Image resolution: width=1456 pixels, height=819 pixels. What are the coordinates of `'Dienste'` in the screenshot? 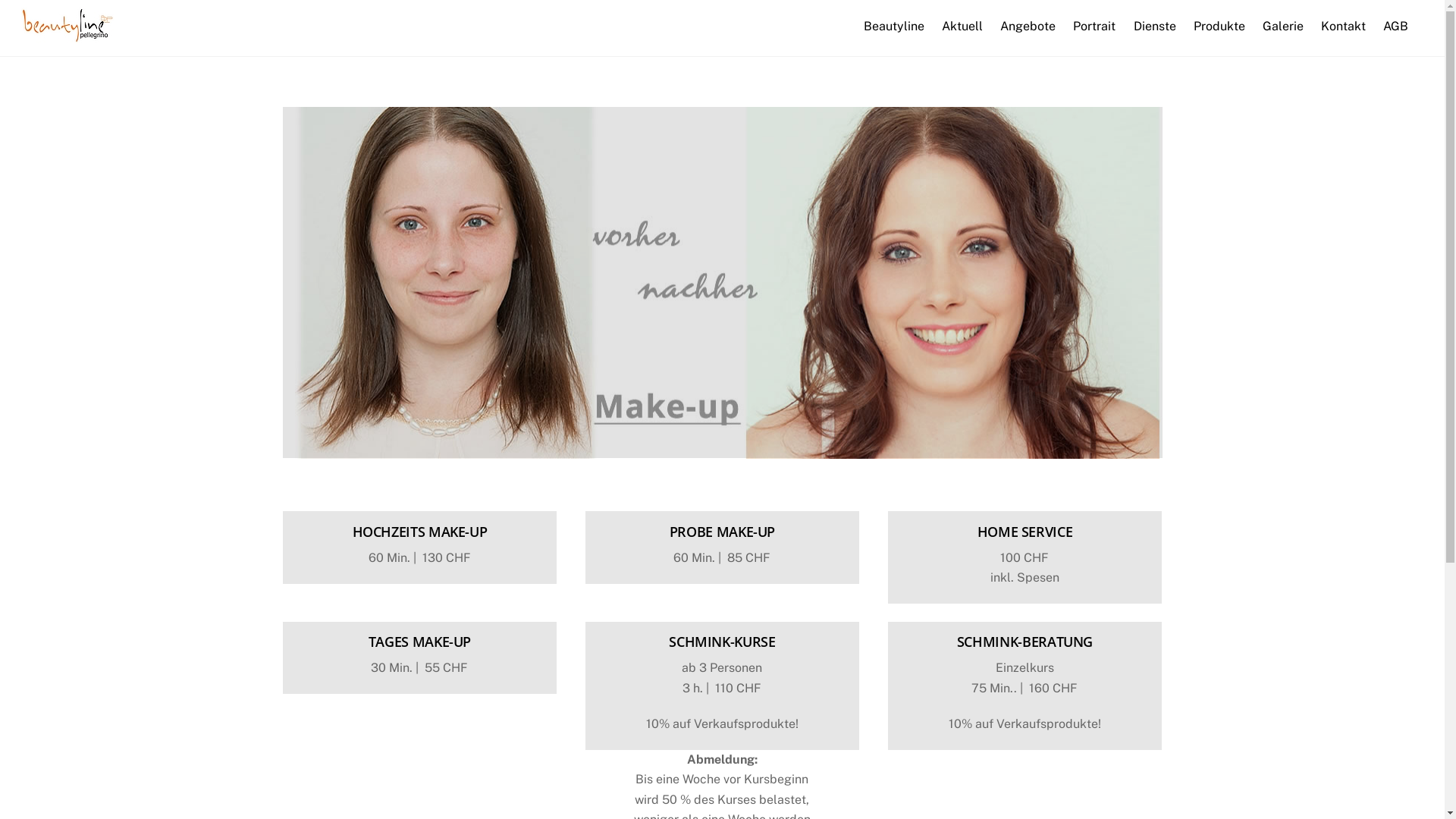 It's located at (1153, 26).